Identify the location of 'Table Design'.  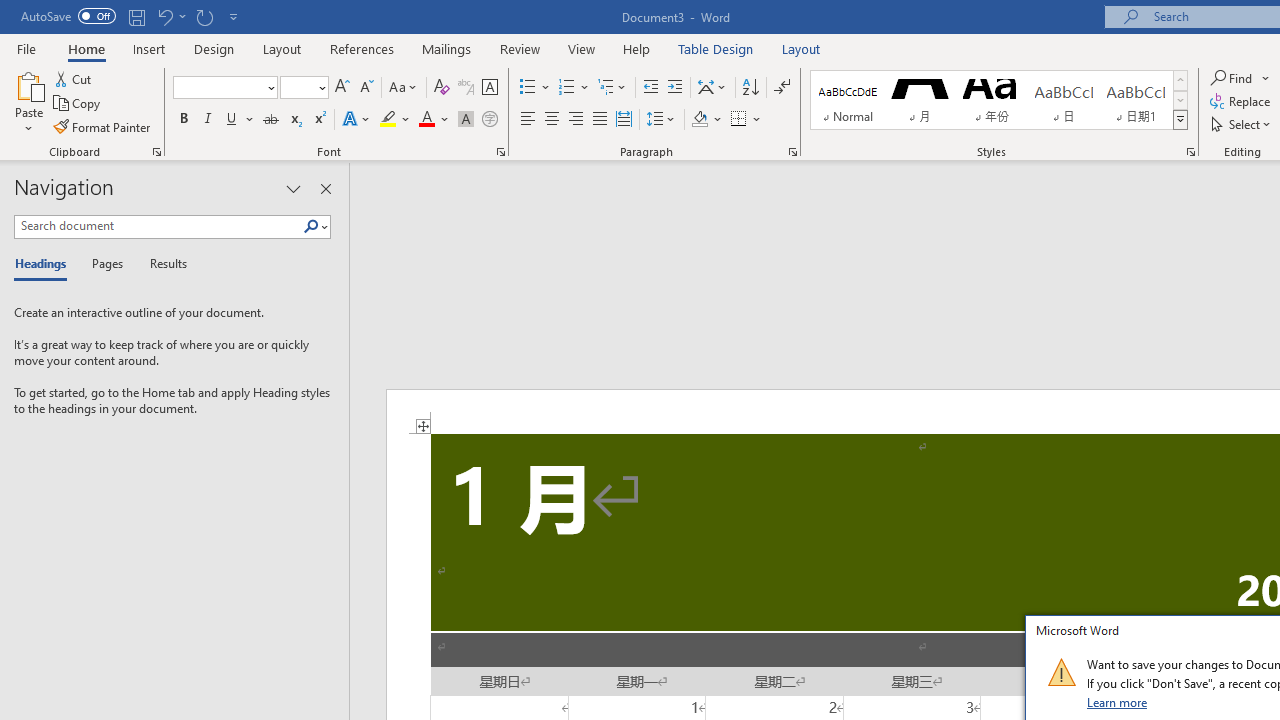
(716, 48).